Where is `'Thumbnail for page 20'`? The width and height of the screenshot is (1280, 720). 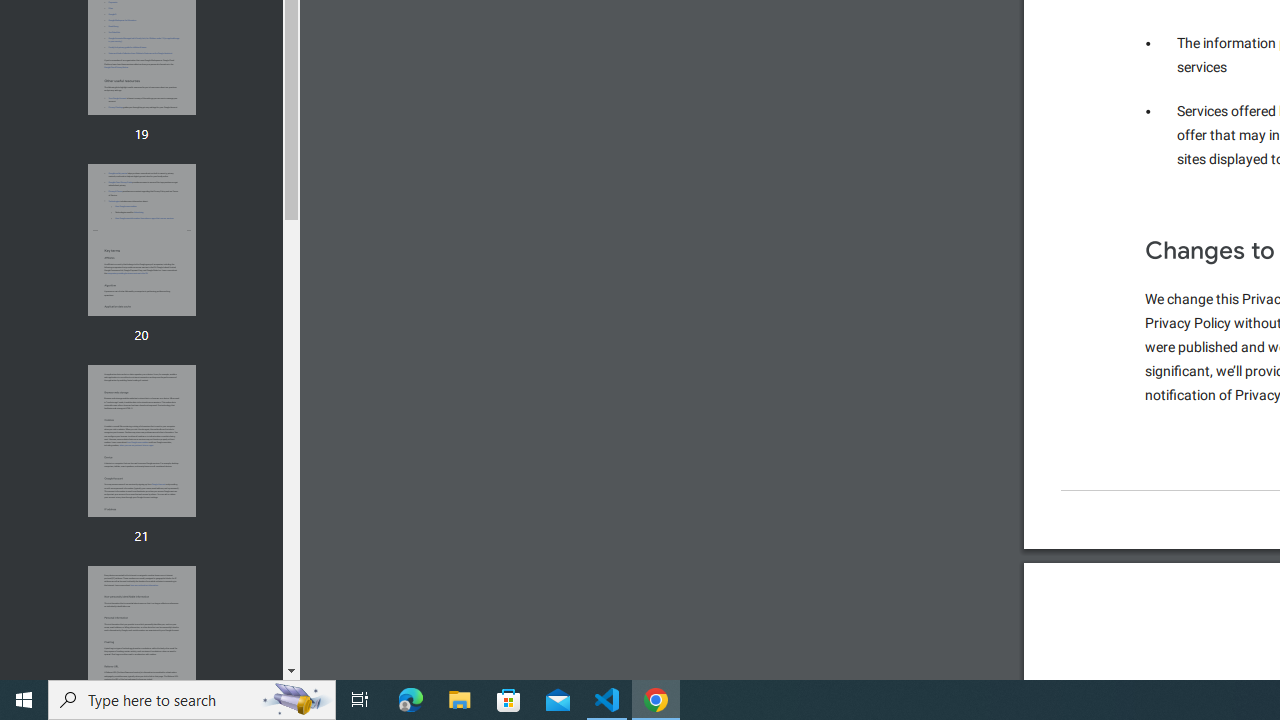
'Thumbnail for page 20' is located at coordinates (140, 239).